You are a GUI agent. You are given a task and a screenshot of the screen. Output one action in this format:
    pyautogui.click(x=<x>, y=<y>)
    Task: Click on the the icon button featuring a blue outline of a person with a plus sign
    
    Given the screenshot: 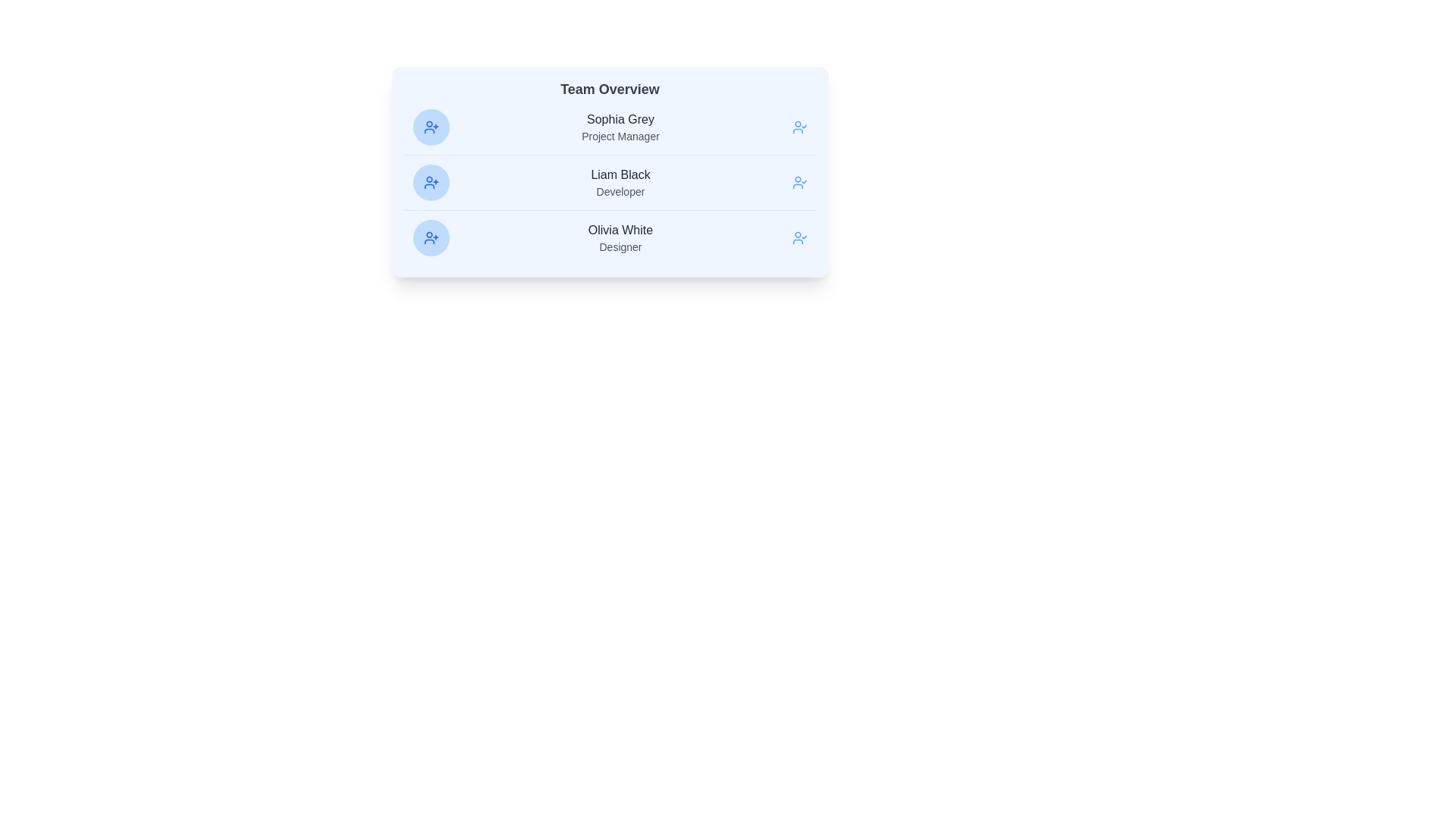 What is the action you would take?
    pyautogui.click(x=430, y=181)
    